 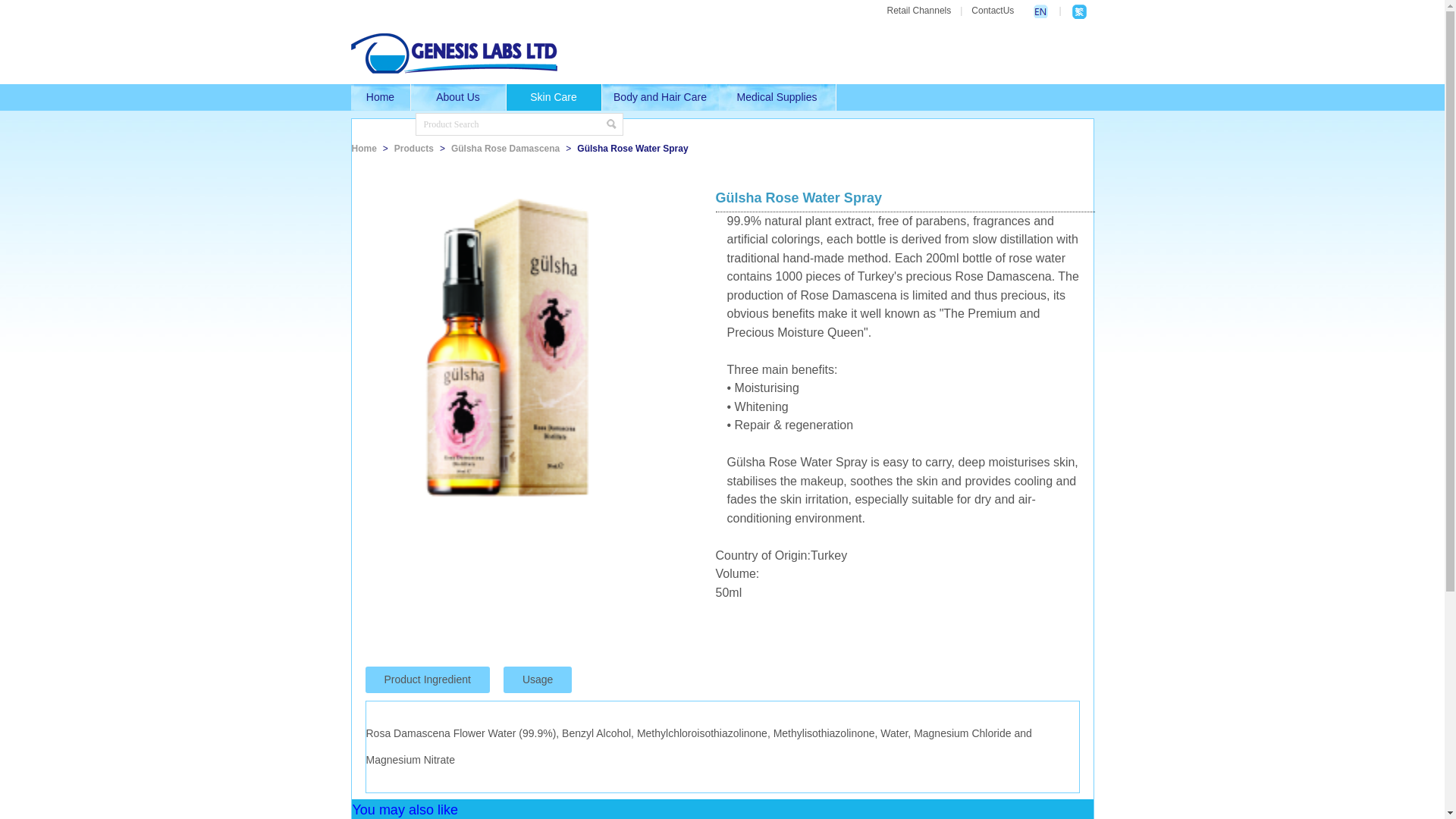 What do you see at coordinates (506, 97) in the screenshot?
I see `'Skin Care'` at bounding box center [506, 97].